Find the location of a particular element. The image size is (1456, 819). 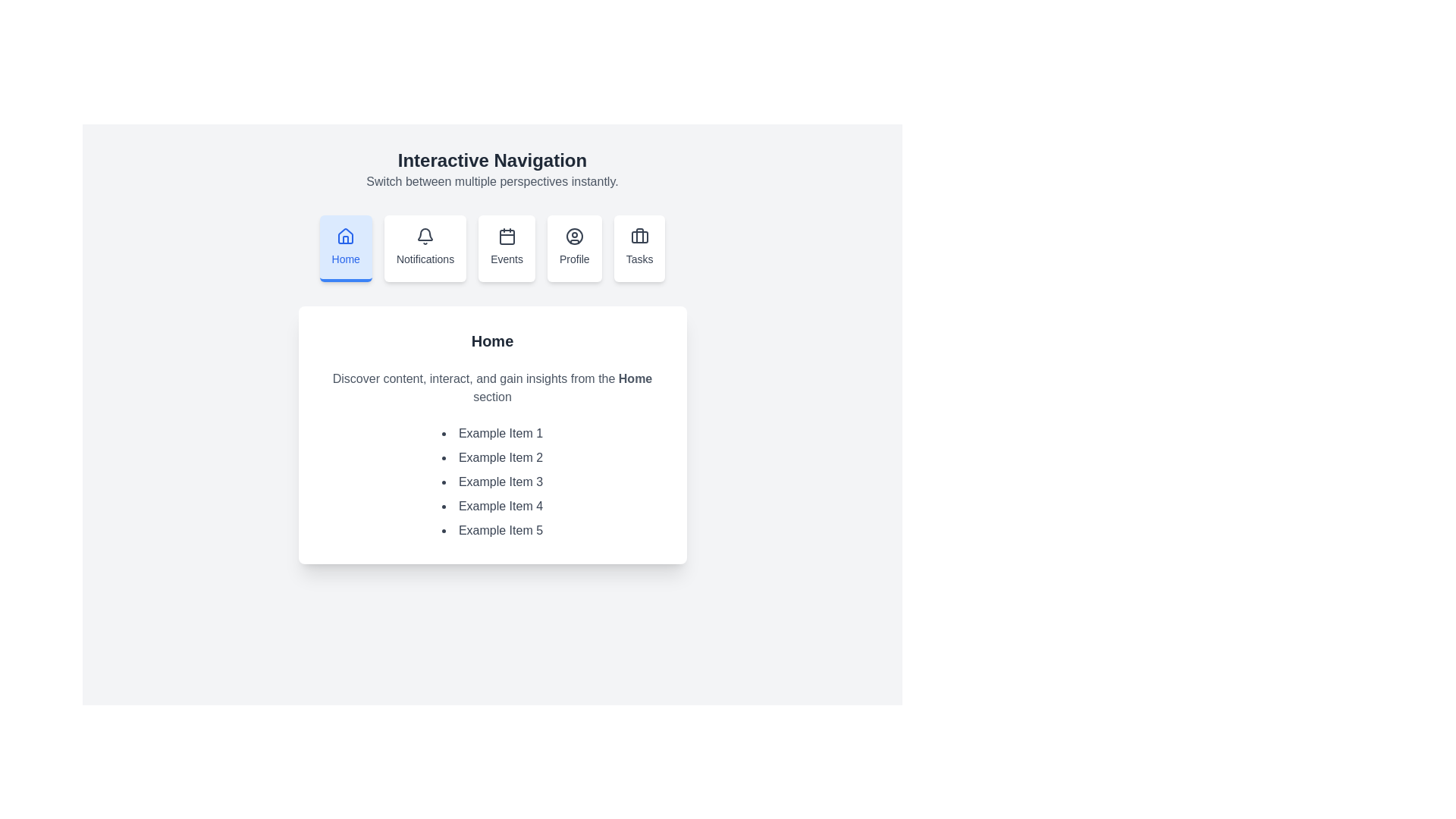

the Icon component frame that represents the 'Events' feature, positioned centrally within the 'Events' button in the navigation interface is located at coordinates (507, 237).